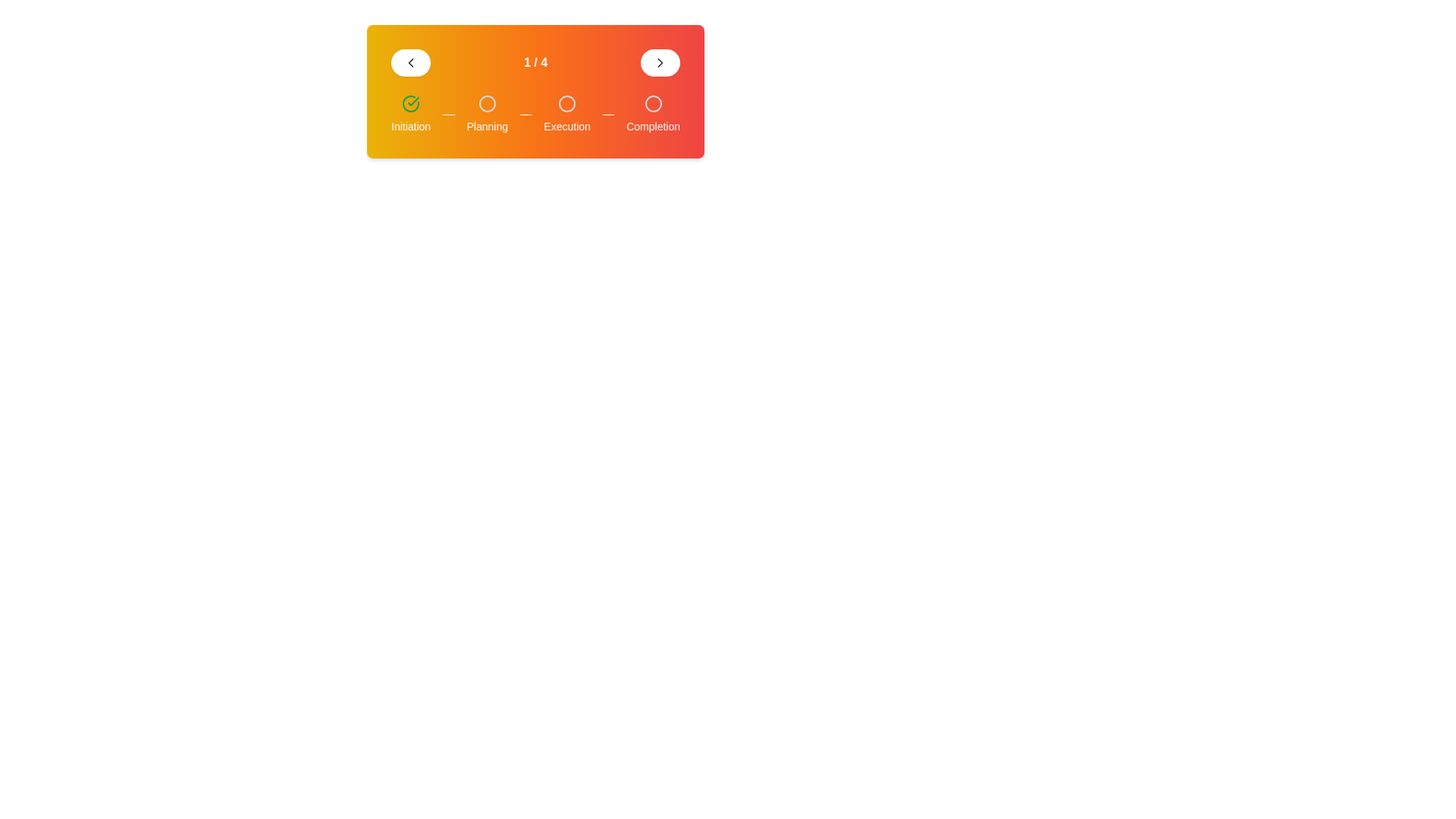  I want to click on the third horizontal white divider line located between the 'Planning' and 'Execution' stages in the progress indicator, so click(526, 113).